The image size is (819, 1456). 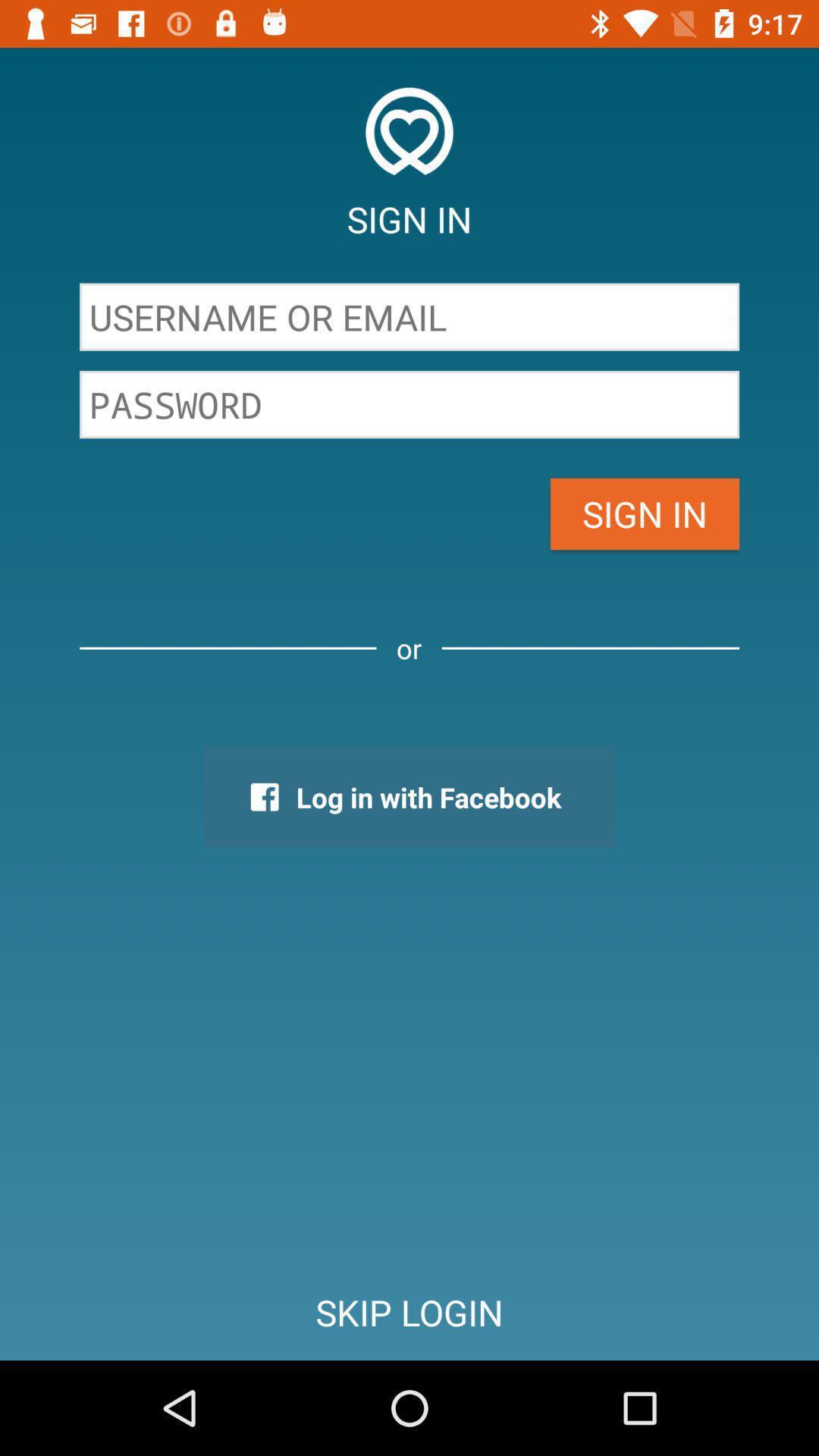 I want to click on skip login icon, so click(x=409, y=1312).